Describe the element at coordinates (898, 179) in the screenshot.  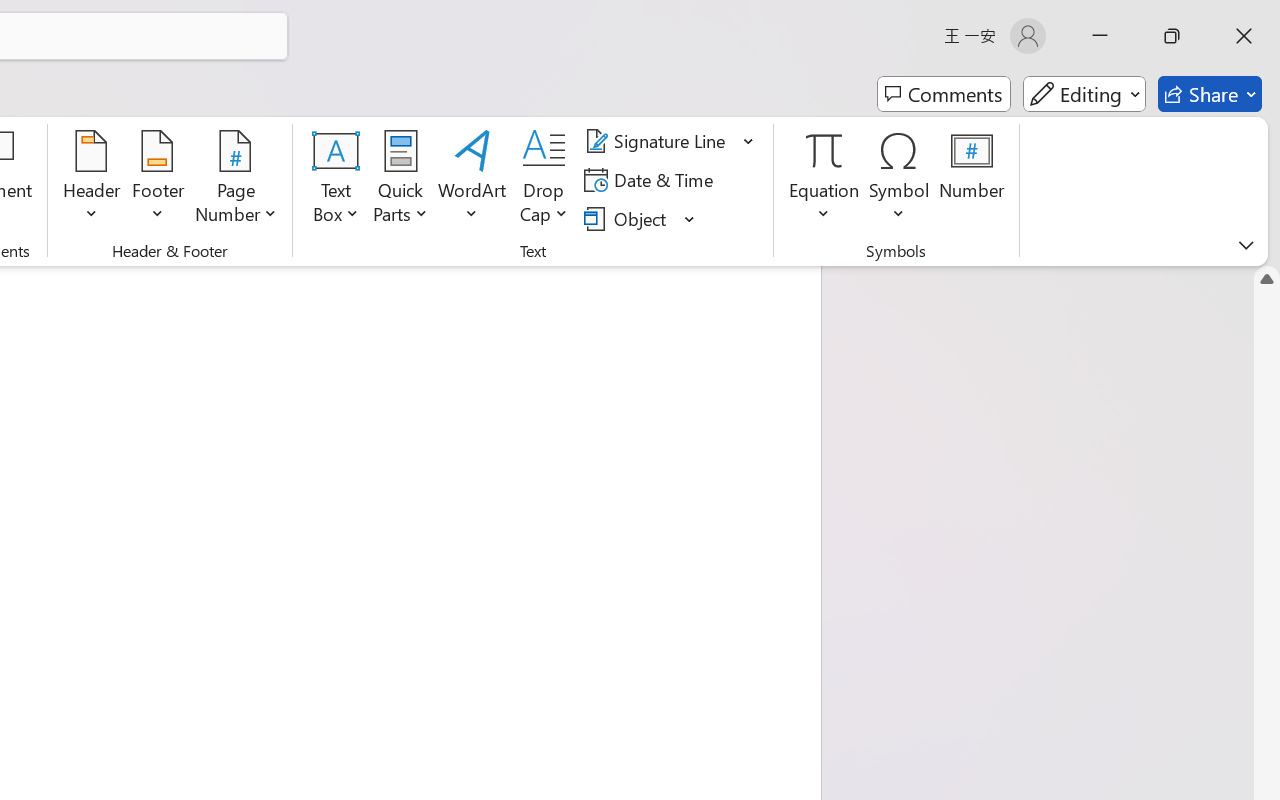
I see `'Symbol'` at that location.